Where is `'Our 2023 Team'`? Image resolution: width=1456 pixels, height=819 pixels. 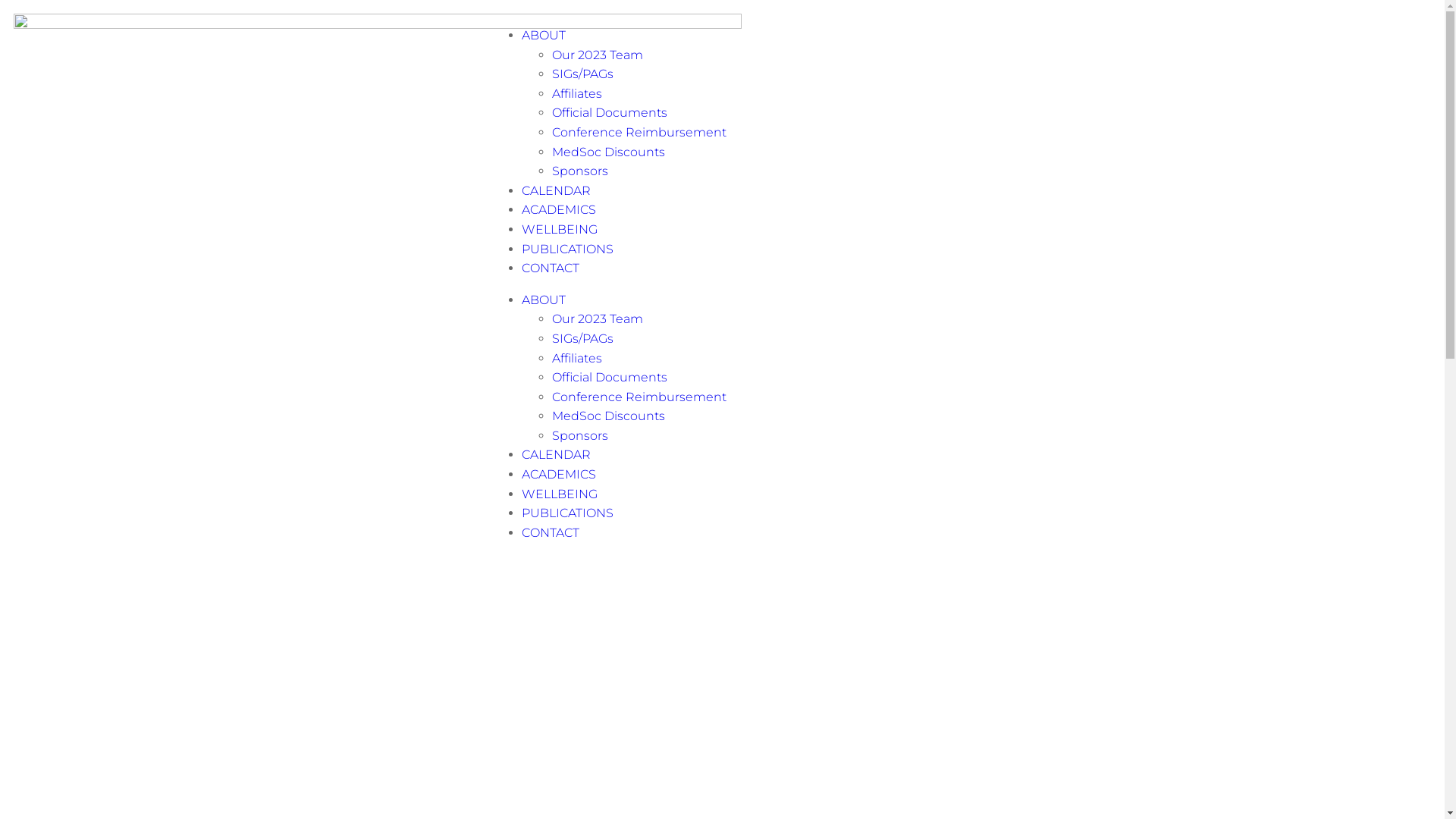
'Our 2023 Team' is located at coordinates (551, 54).